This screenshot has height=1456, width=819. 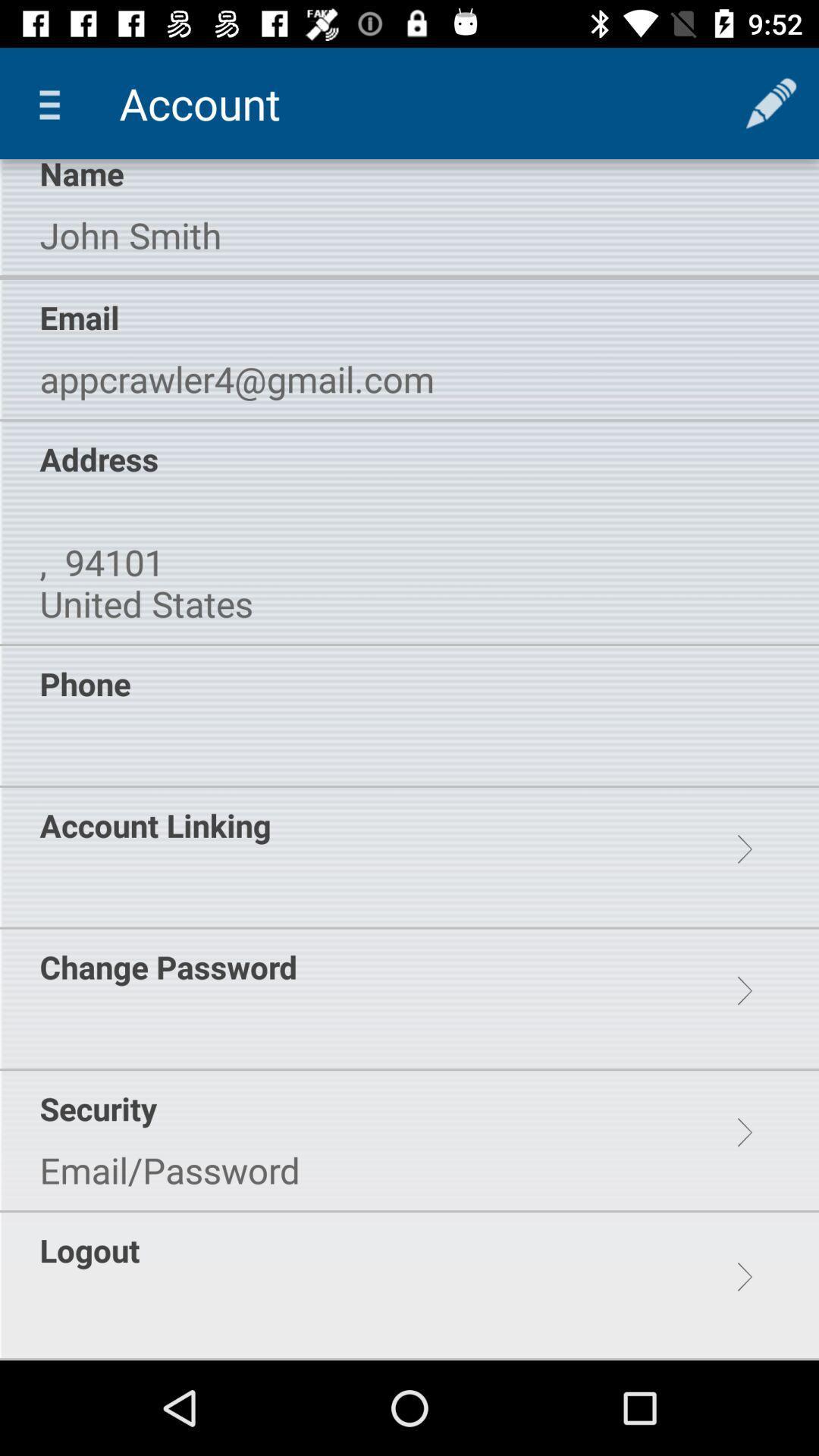 I want to click on change password, so click(x=168, y=966).